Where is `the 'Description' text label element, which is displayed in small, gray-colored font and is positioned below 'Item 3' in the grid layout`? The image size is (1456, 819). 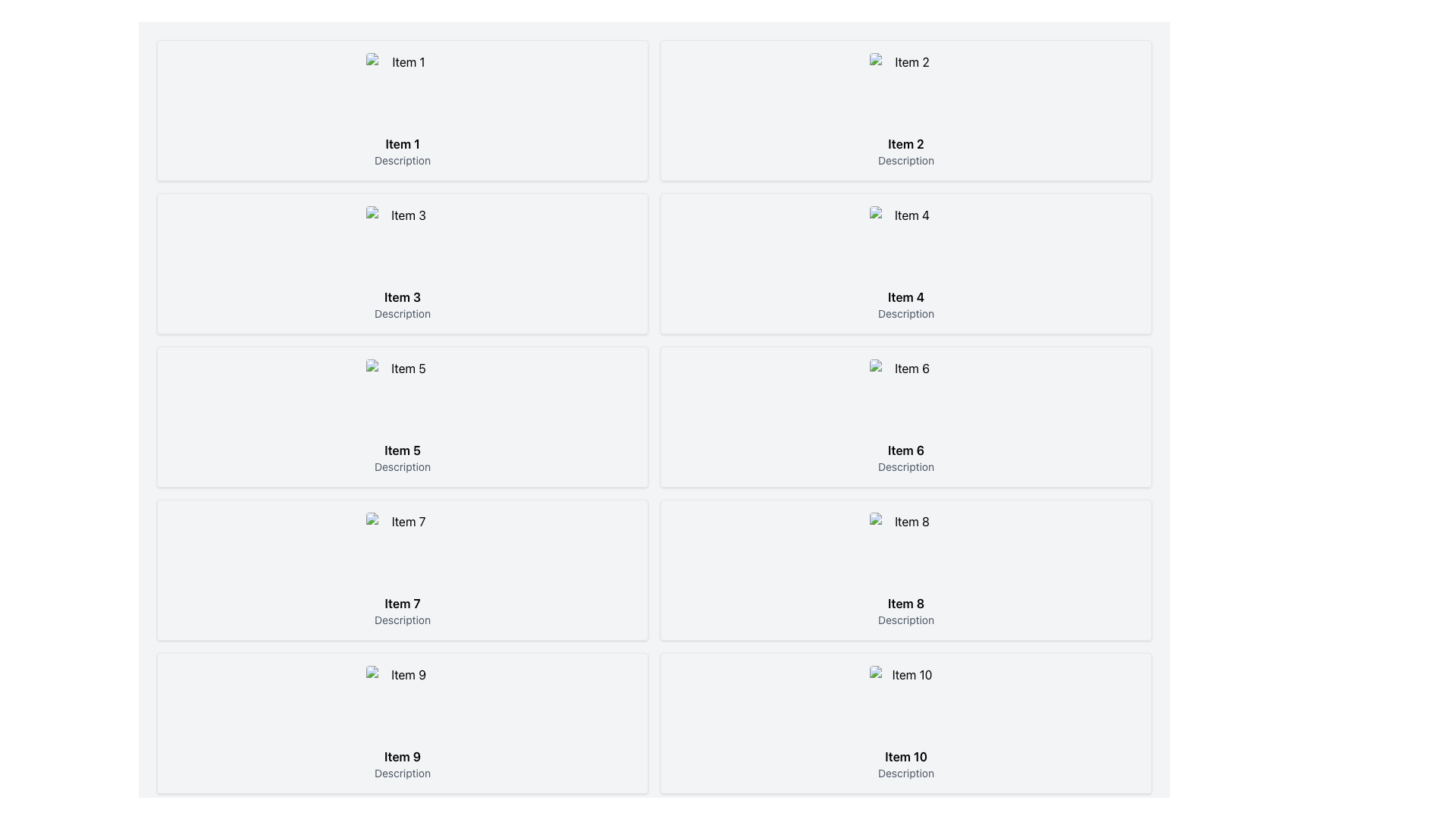 the 'Description' text label element, which is displayed in small, gray-colored font and is positioned below 'Item 3' in the grid layout is located at coordinates (403, 312).